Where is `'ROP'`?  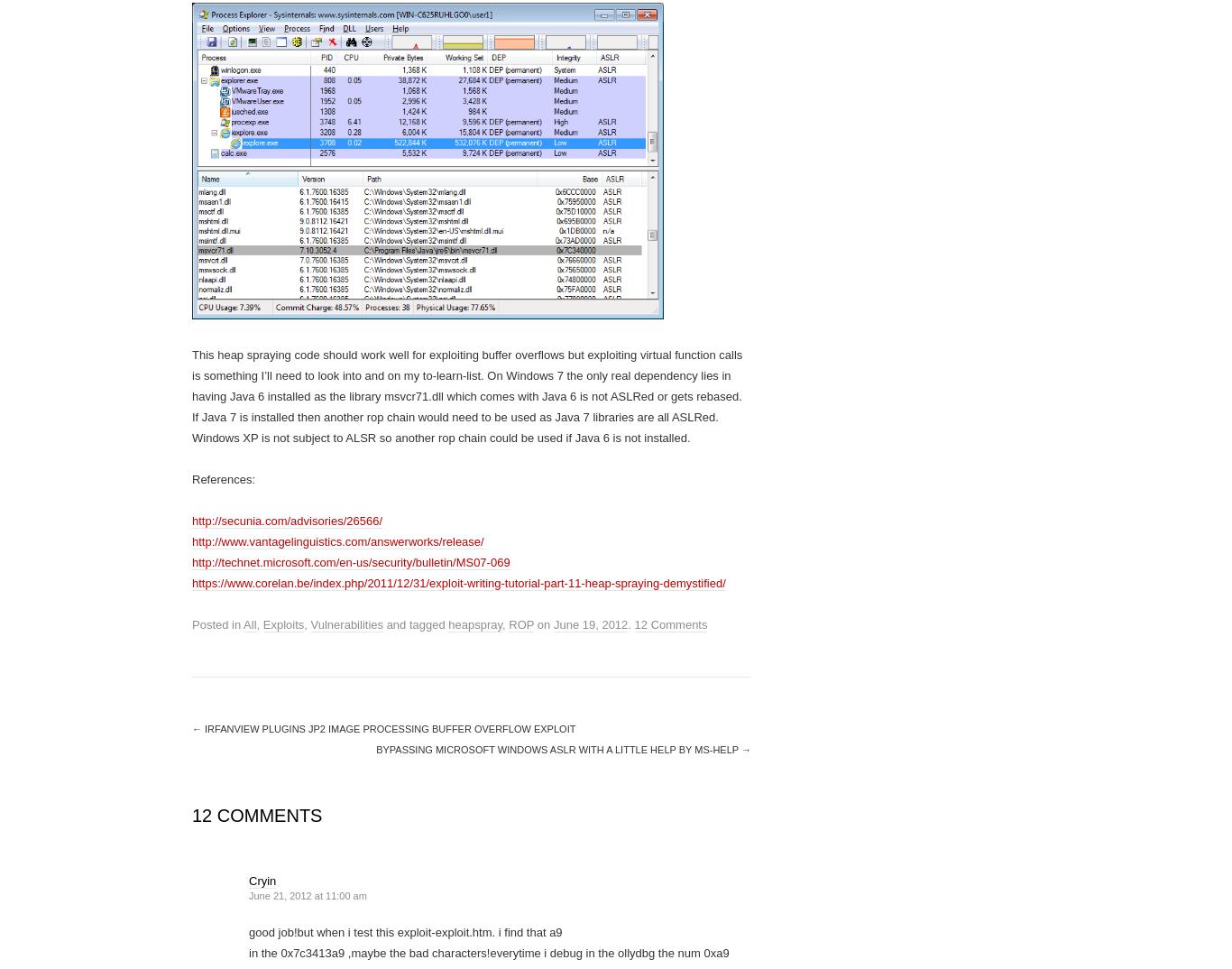
'ROP' is located at coordinates (519, 623).